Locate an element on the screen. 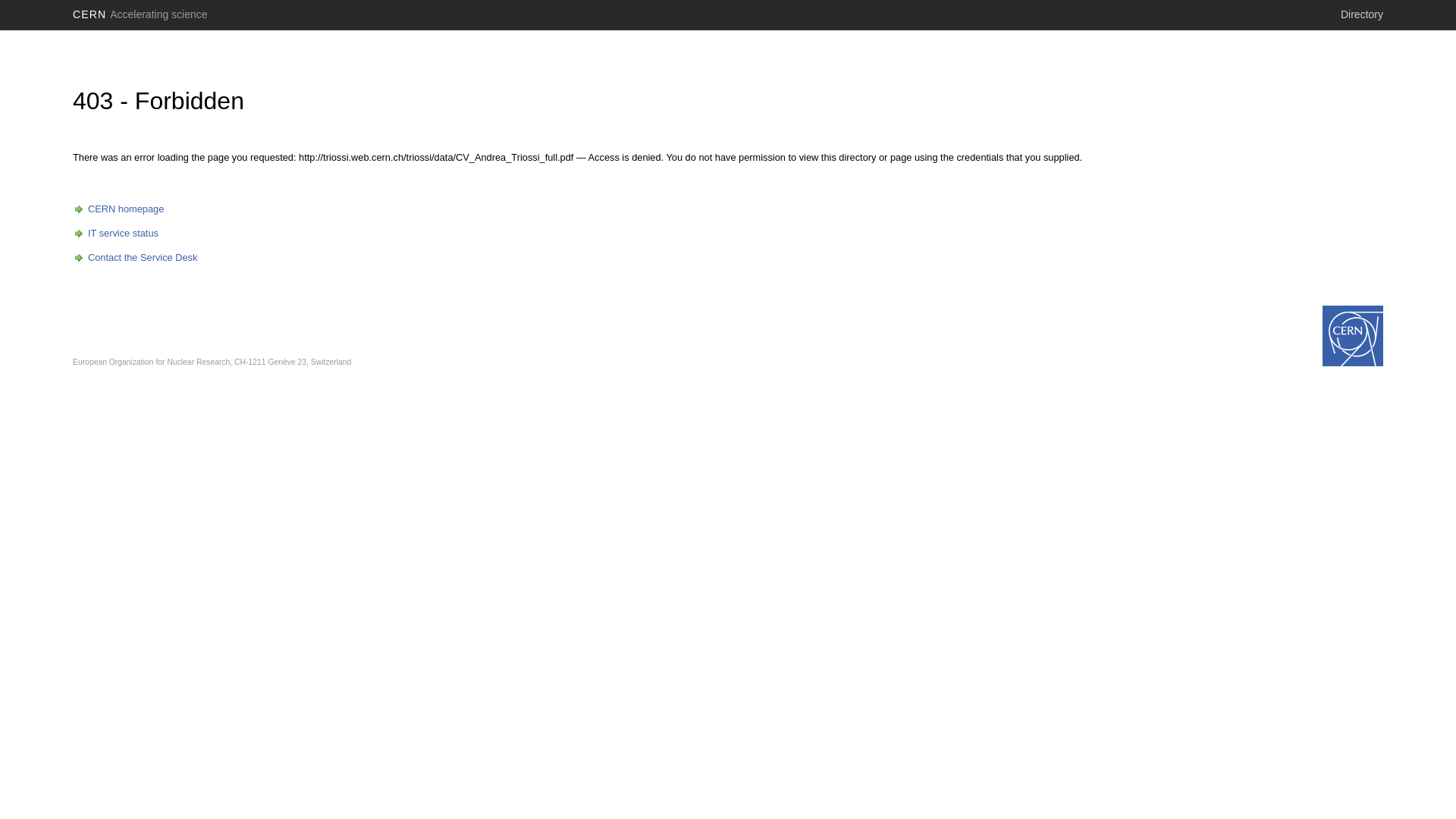  'Contact the Service Desk' is located at coordinates (134, 256).